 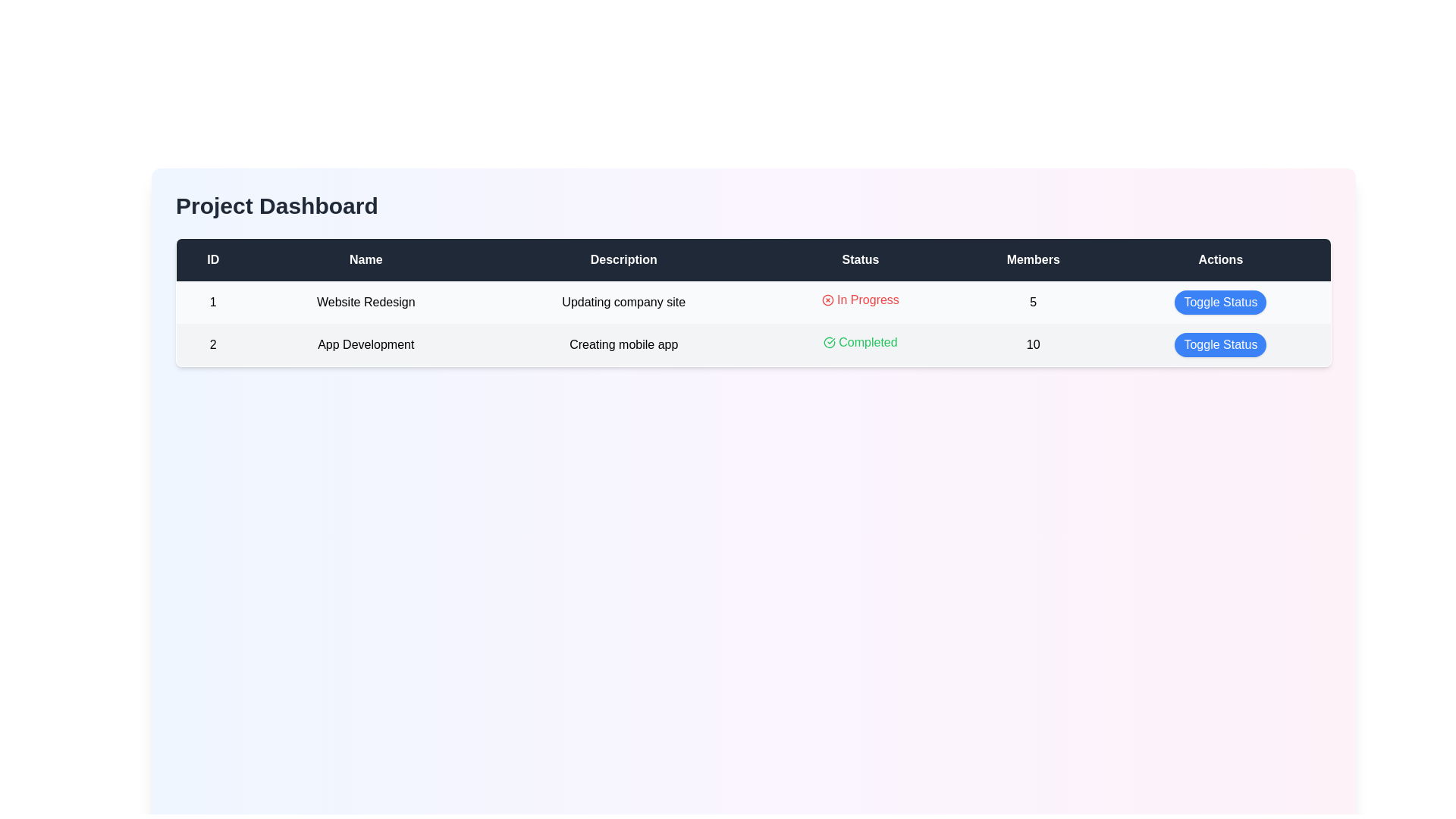 What do you see at coordinates (366, 345) in the screenshot?
I see `the Static Label displaying 'App Development', which is the second item in the 'Name' column of the project information table` at bounding box center [366, 345].